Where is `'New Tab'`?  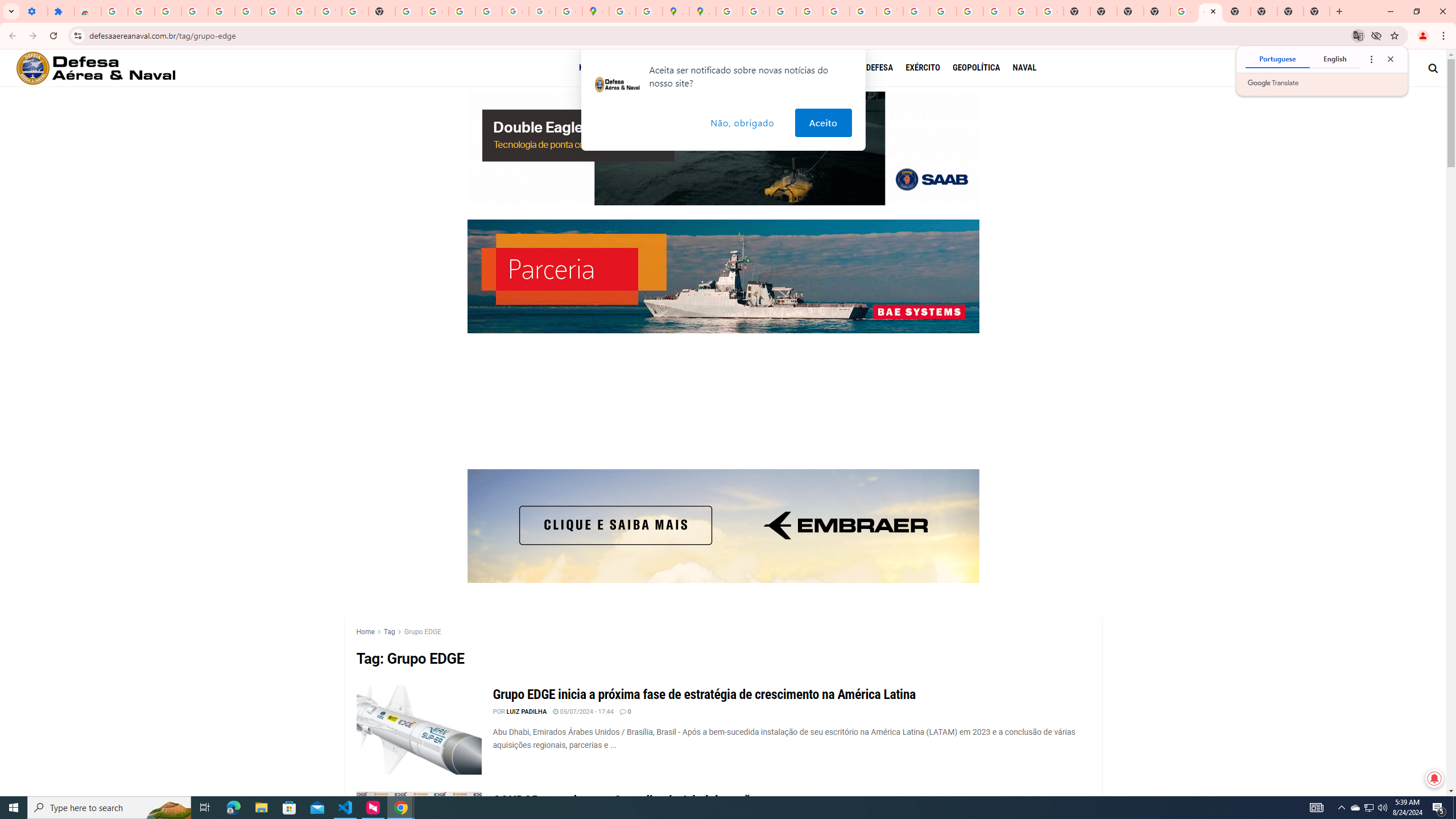 'New Tab' is located at coordinates (1317, 11).